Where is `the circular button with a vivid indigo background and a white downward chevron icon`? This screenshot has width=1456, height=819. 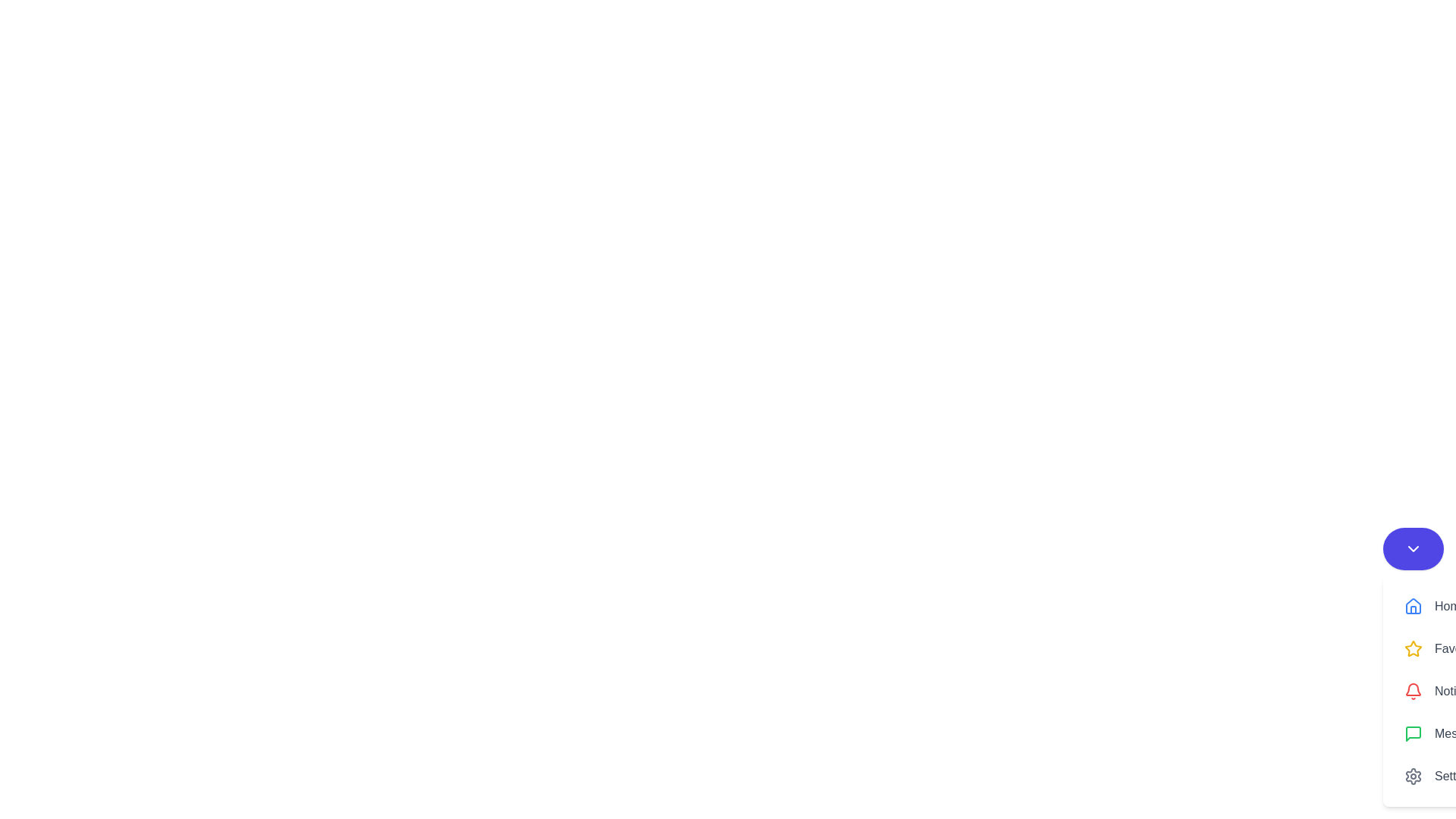
the circular button with a vivid indigo background and a white downward chevron icon is located at coordinates (1412, 549).